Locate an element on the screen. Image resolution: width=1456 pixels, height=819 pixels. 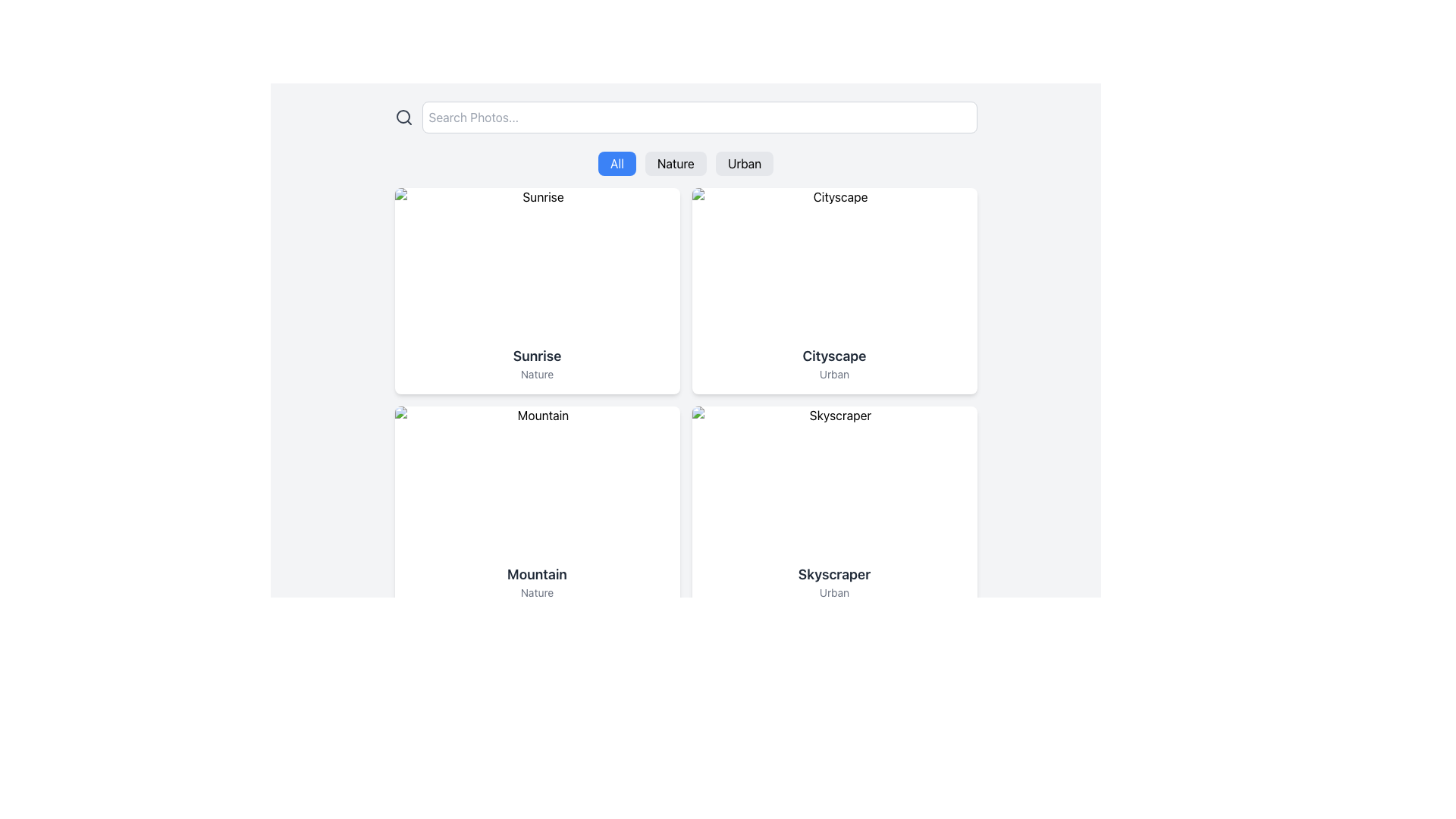
the text element displaying 'Urban', which is styled in a smaller and lighter font and positioned directly below the 'Cityscape' text in a card layout is located at coordinates (833, 374).